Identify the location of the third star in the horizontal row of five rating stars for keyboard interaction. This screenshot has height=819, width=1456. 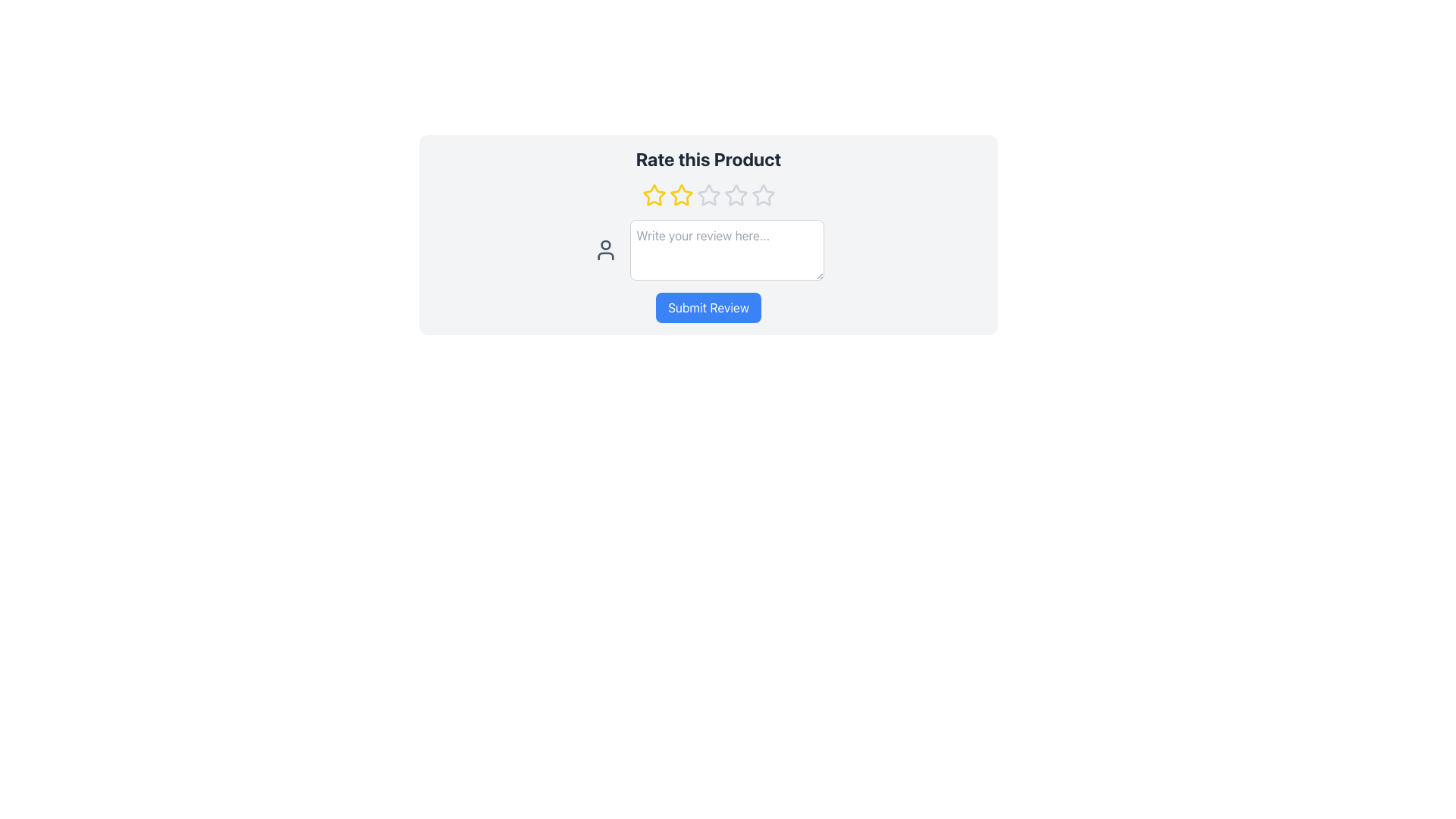
(708, 194).